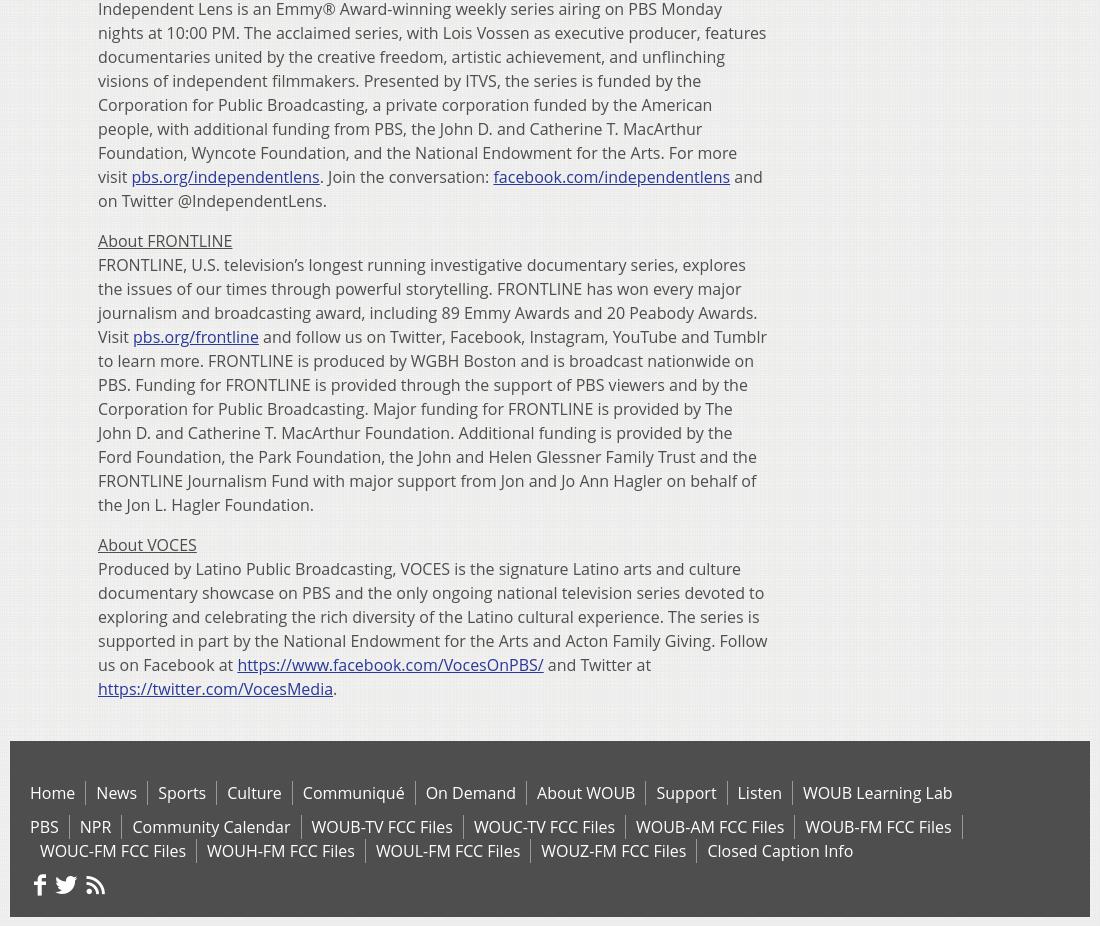  Describe the element at coordinates (426, 300) in the screenshot. I see `'FRONTLINE, U.S. television’s longest running investigative documentary series, explores the issues of our times through powerful storytelling. FRONTLINE has won every major journalism and broadcasting award, including 89 Emmy Awards and 20 Peabody Awards. Visit'` at that location.